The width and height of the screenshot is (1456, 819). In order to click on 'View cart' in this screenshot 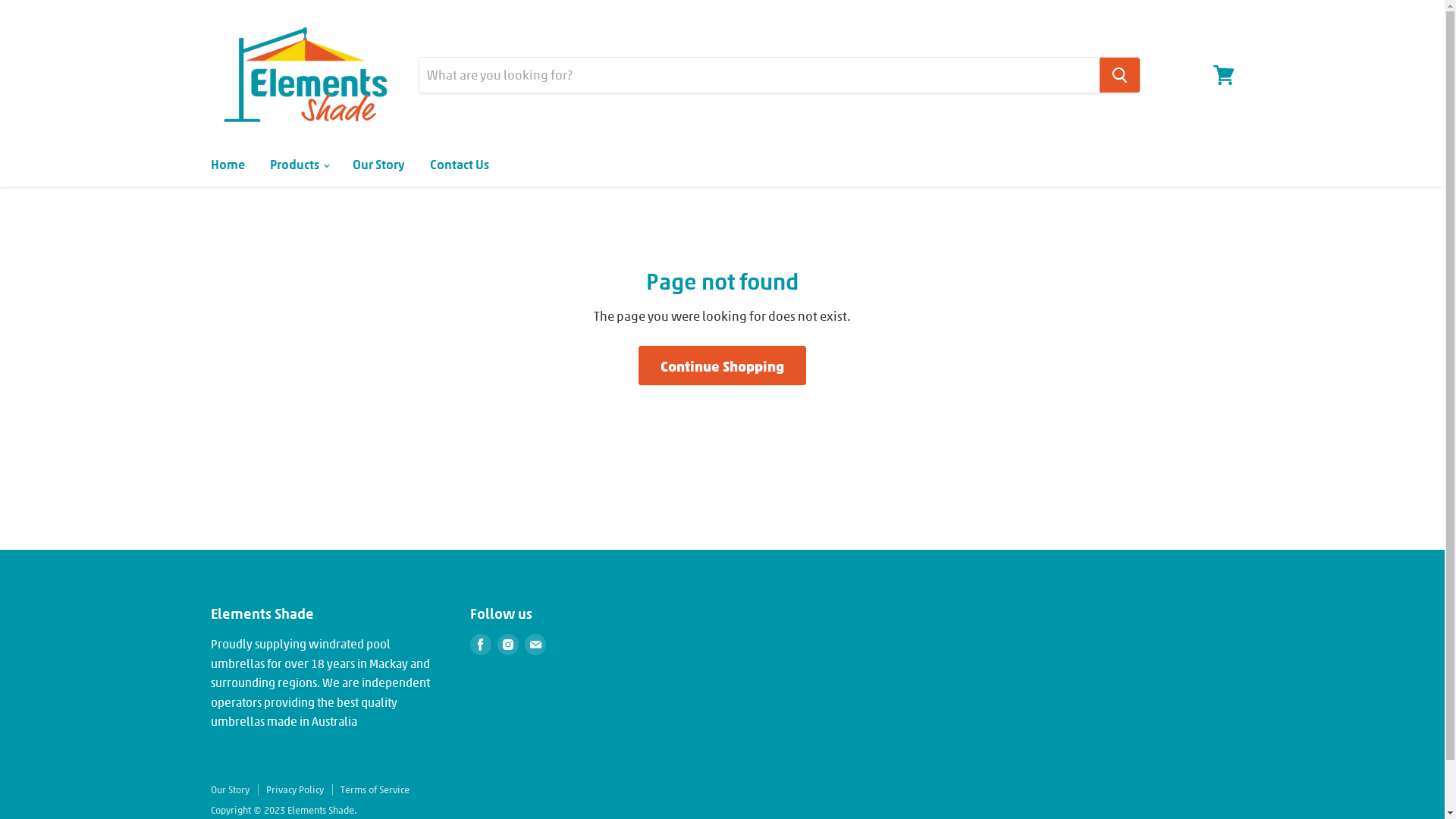, I will do `click(1204, 75)`.